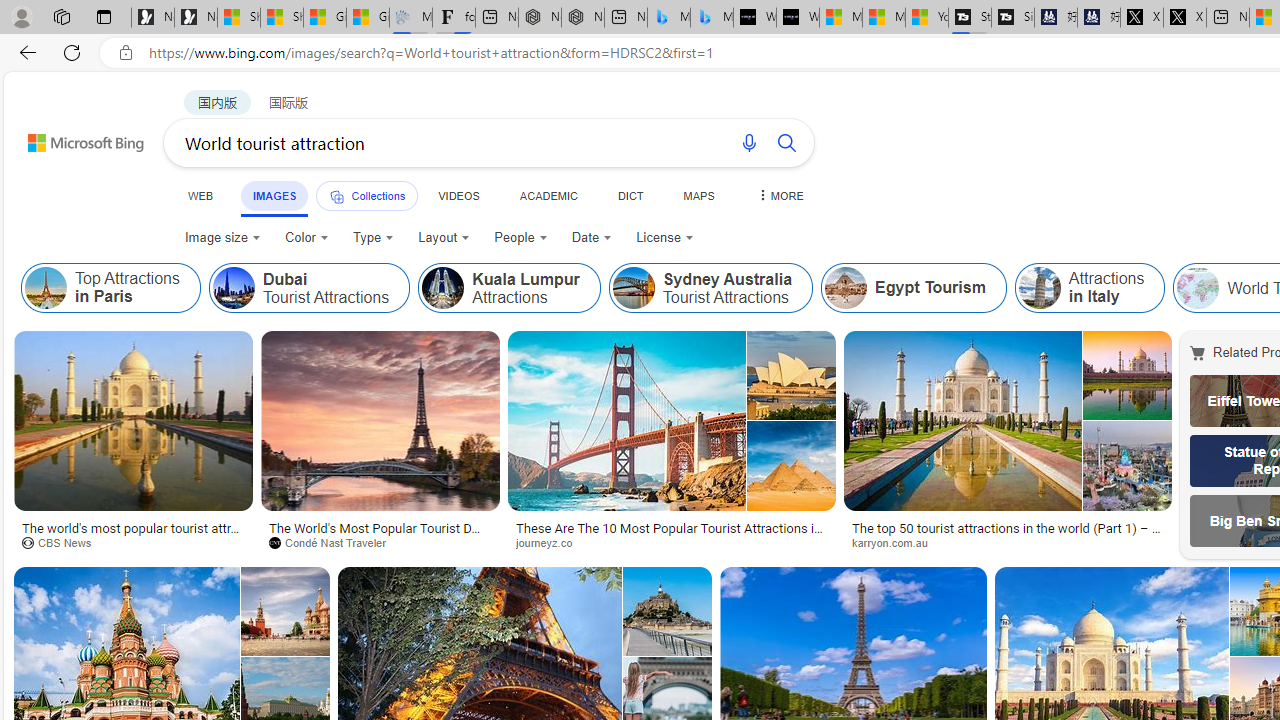 This screenshot has width=1280, height=720. What do you see at coordinates (712, 17) in the screenshot?
I see `'Microsoft Bing Travel - Shangri-La Hotel Bangkok'` at bounding box center [712, 17].